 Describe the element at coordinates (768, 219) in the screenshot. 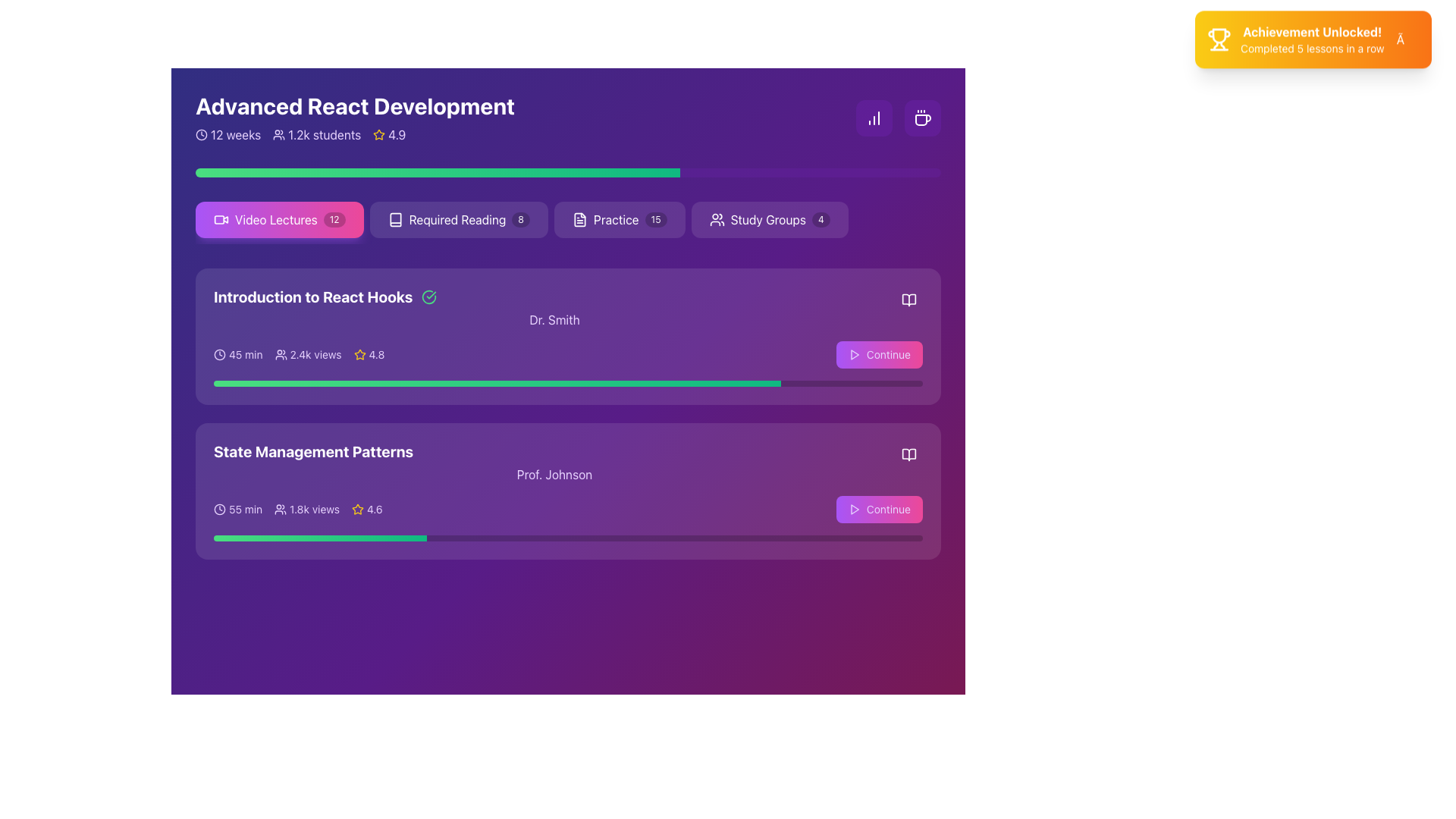

I see `the 'Study Groups' text label, which is the fourth item in a horizontal layout of sections including 'Video Lectures', 'Required Reading', and 'Practice', displayed in white font on a semi-transparent white over purple background` at that location.